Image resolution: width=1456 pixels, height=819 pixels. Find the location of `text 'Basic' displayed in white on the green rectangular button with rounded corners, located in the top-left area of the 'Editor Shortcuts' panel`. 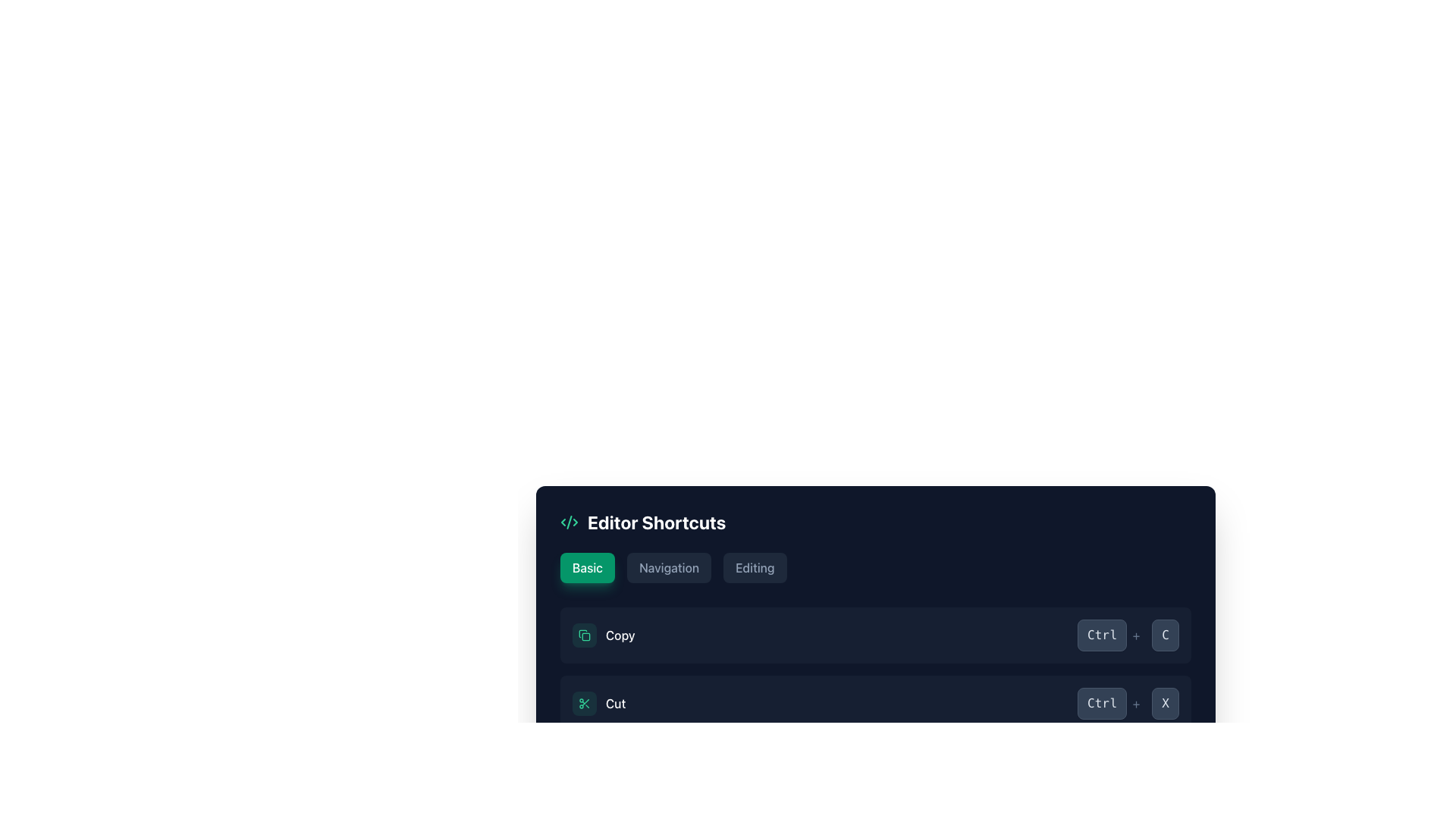

text 'Basic' displayed in white on the green rectangular button with rounded corners, located in the top-left area of the 'Editor Shortcuts' panel is located at coordinates (587, 567).